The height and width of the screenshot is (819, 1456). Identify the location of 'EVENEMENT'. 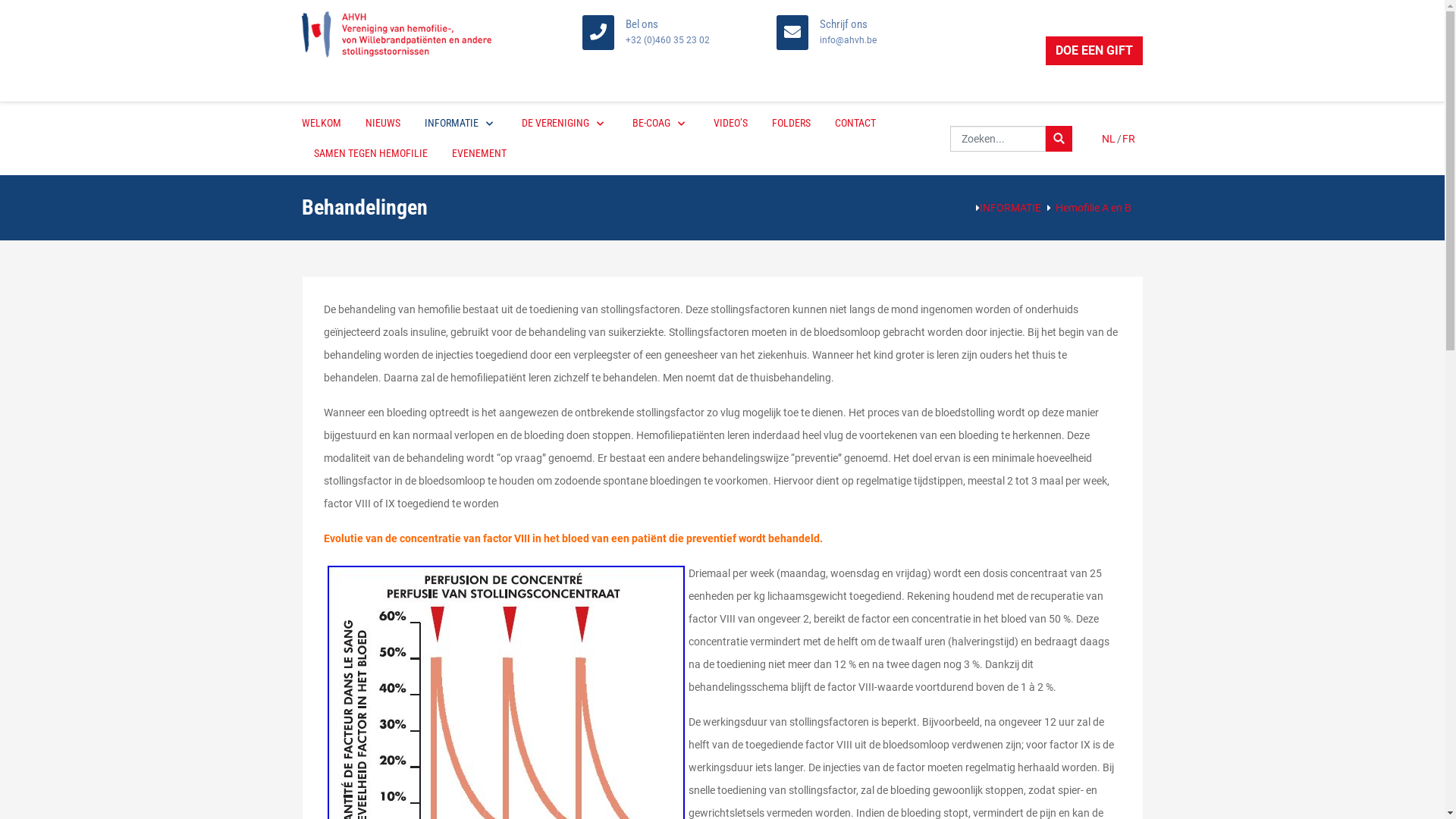
(479, 154).